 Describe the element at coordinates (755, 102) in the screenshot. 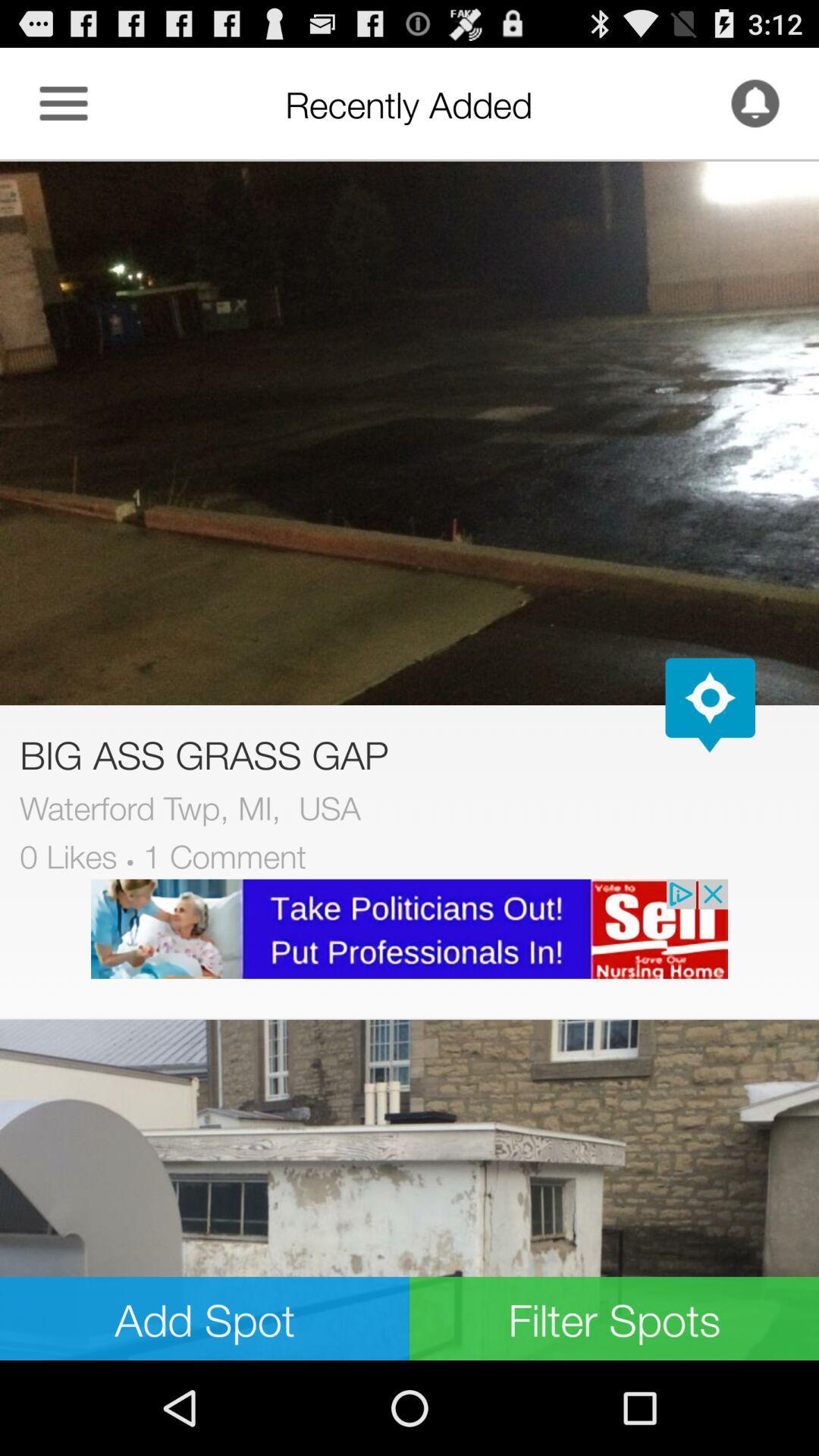

I see `notify` at that location.